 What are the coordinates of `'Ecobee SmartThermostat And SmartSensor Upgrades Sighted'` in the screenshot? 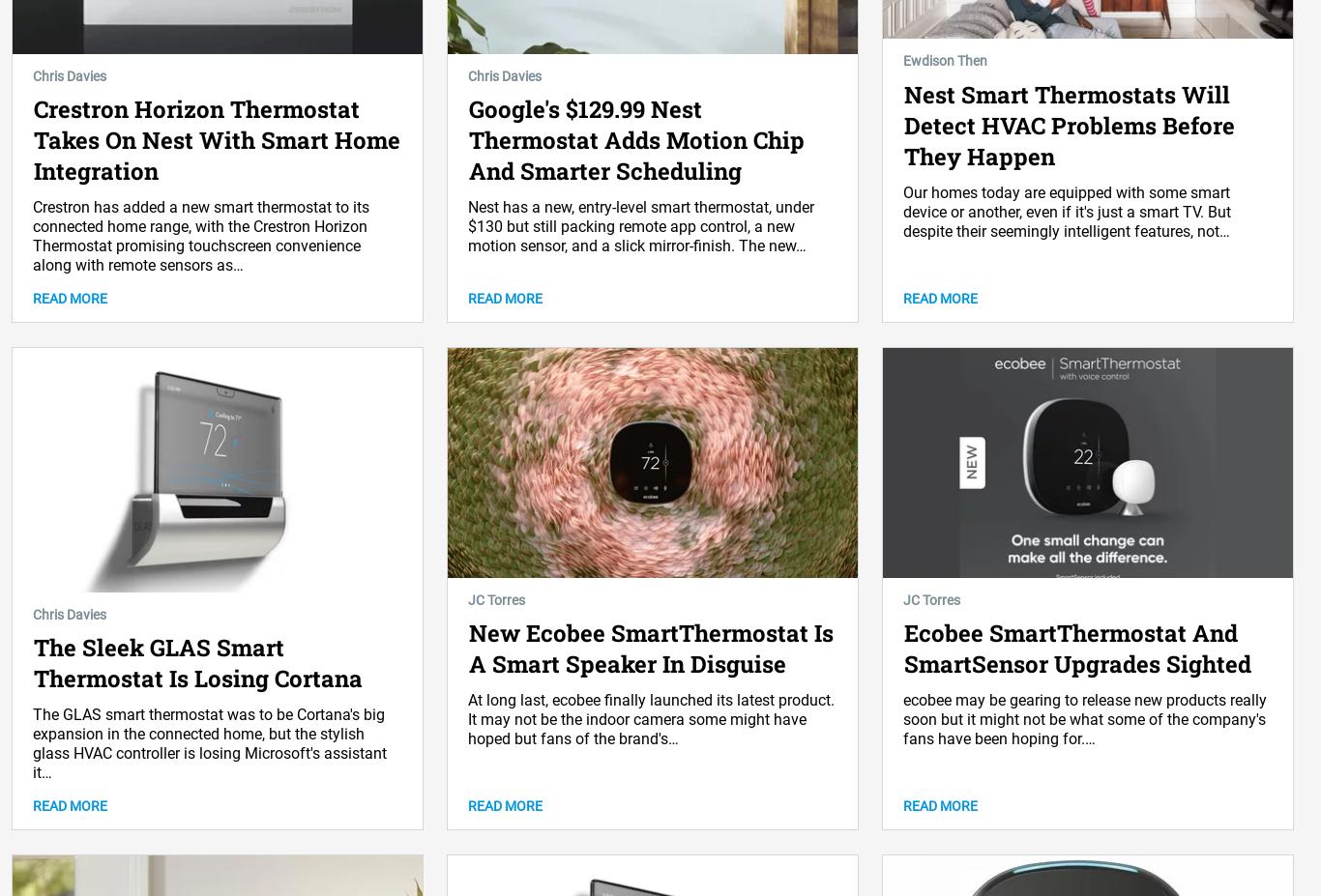 It's located at (1076, 647).